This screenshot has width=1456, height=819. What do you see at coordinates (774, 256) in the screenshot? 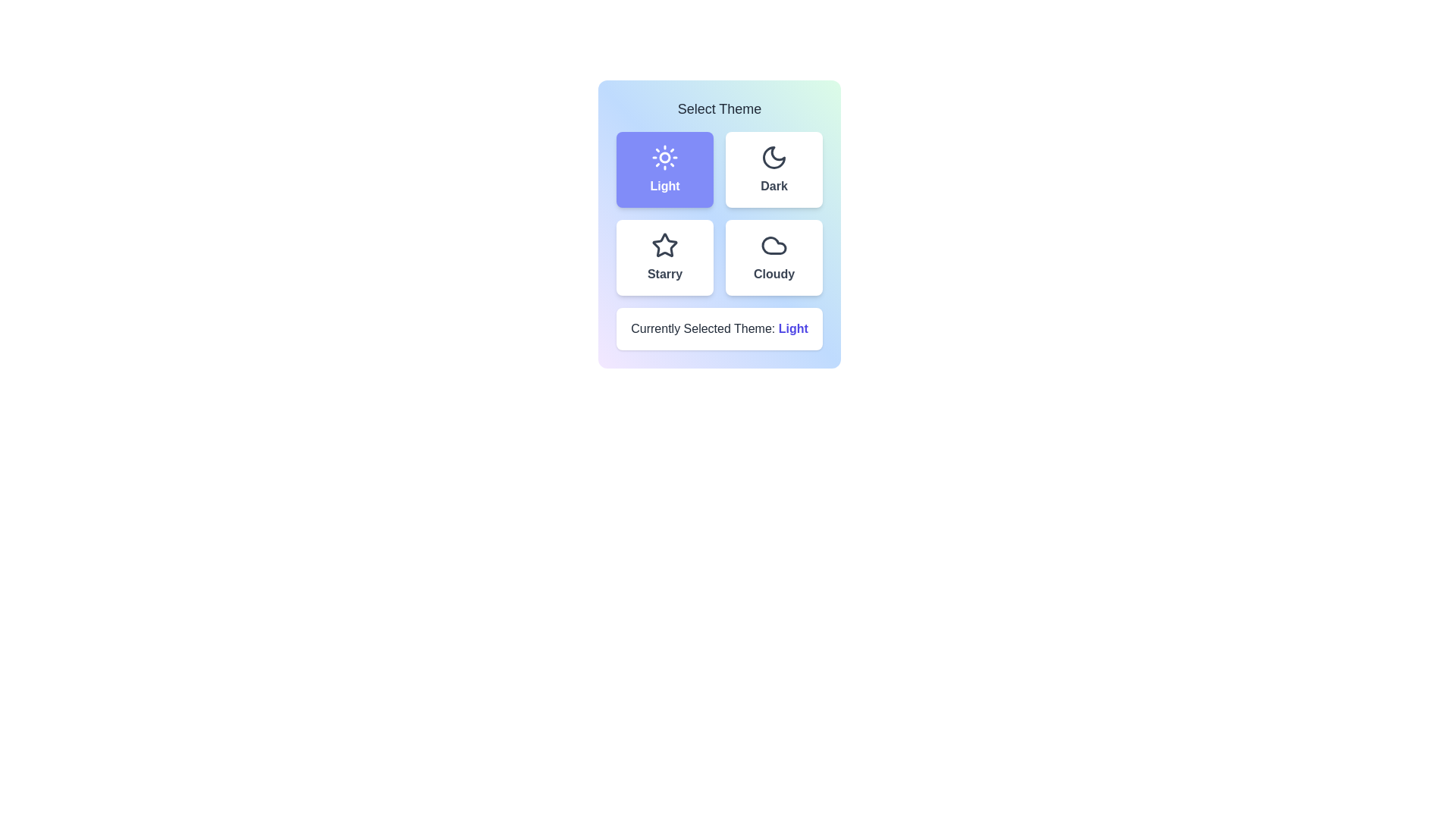
I see `the theme Cloudy by clicking on its button` at bounding box center [774, 256].